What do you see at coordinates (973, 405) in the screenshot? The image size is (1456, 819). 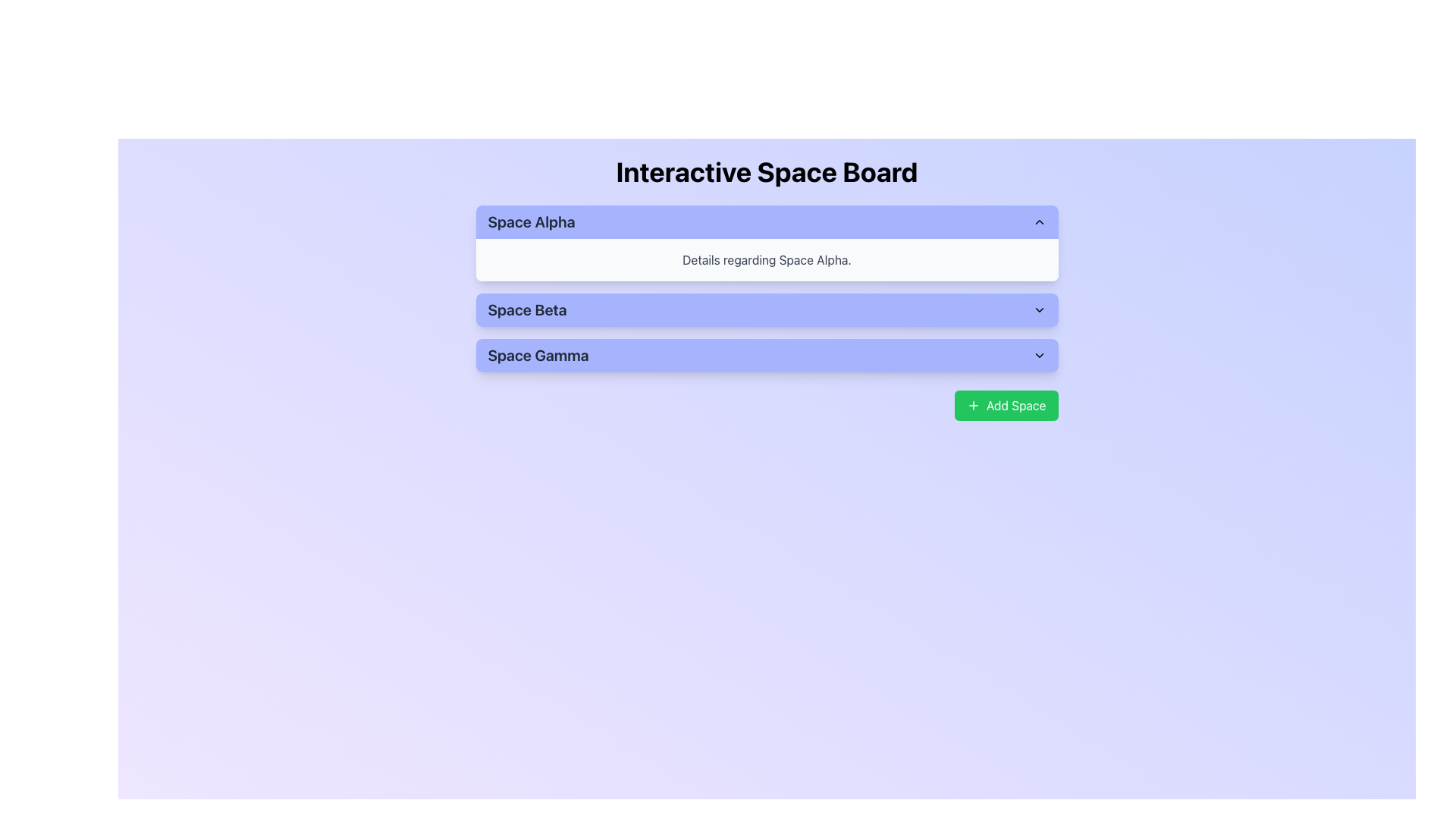 I see `the plus icon located inside the green 'Add Space' button` at bounding box center [973, 405].